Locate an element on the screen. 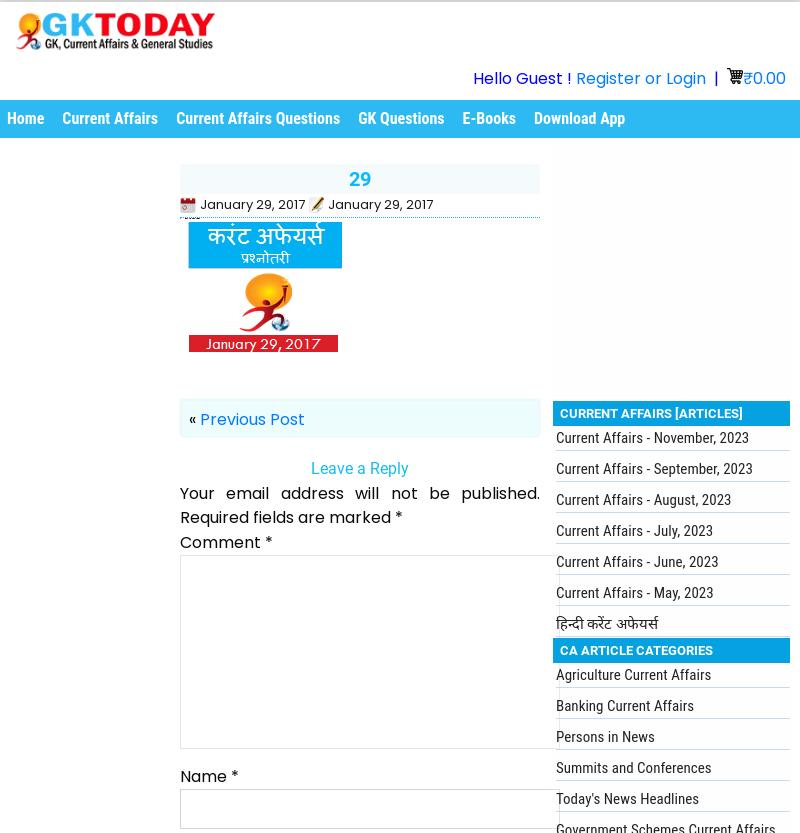 The width and height of the screenshot is (800, 833). 'Current Affairs [Articles]' is located at coordinates (650, 413).